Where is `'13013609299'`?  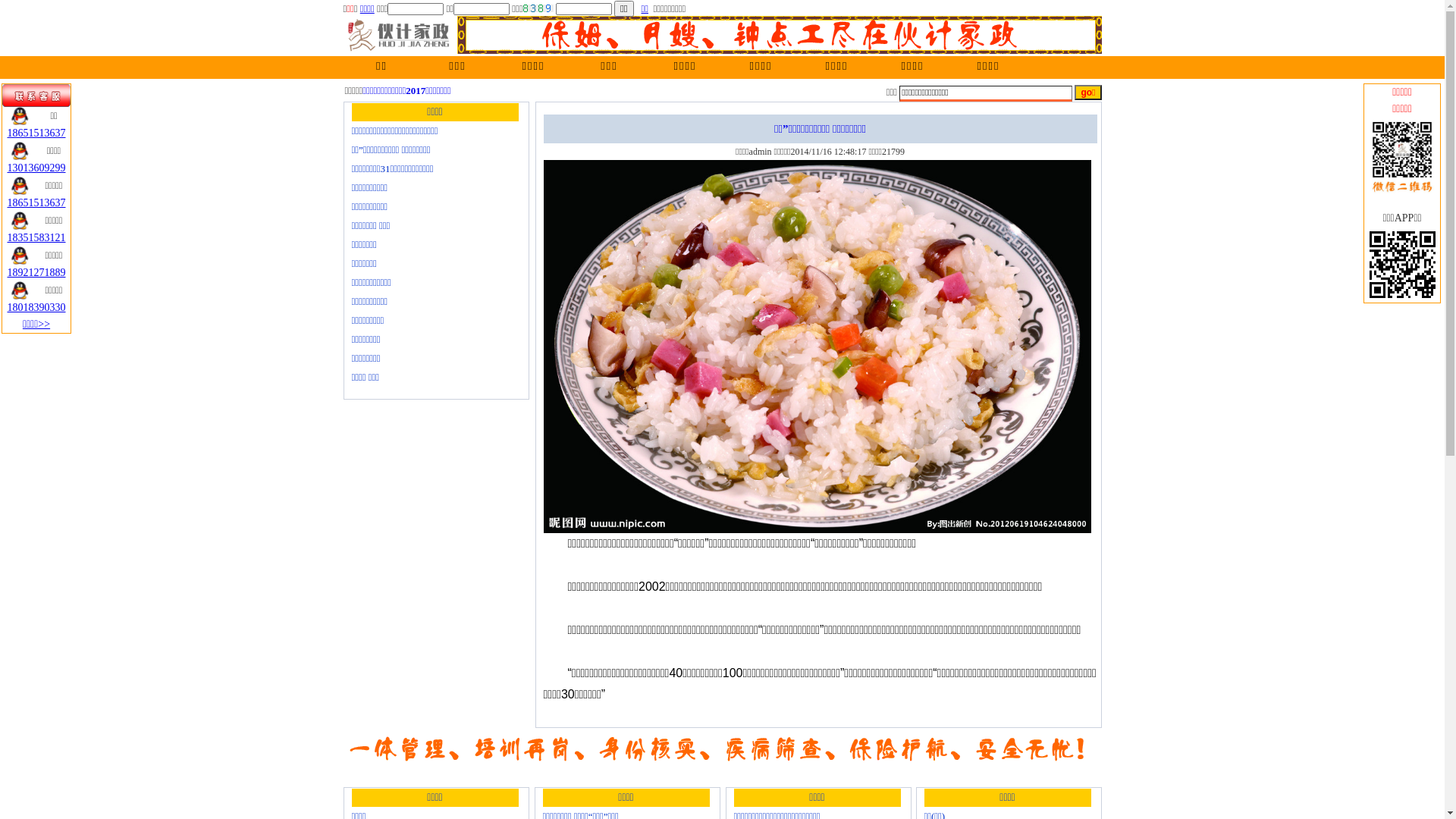
'13013609299' is located at coordinates (7, 168).